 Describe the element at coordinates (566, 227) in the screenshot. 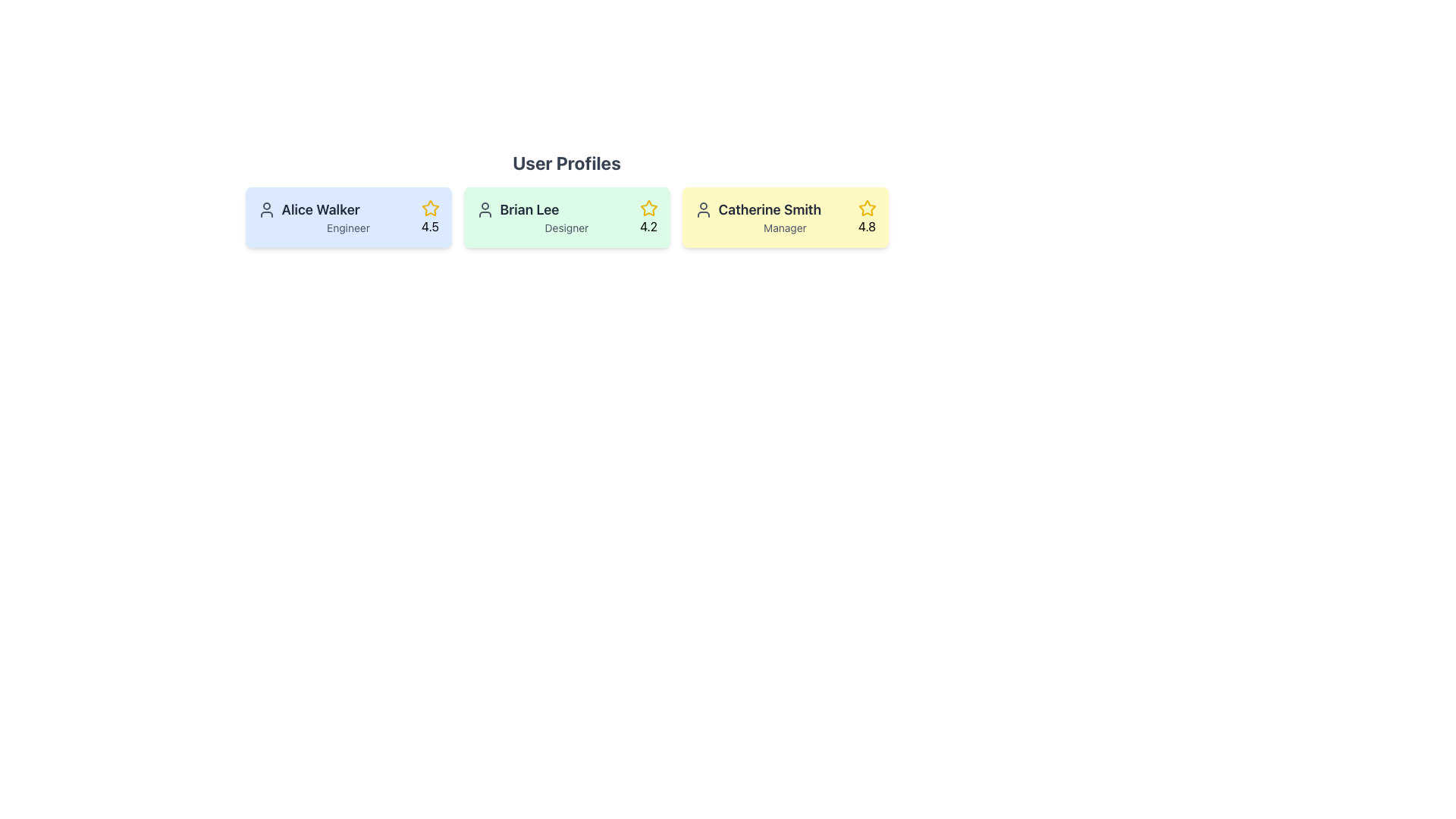

I see `the text label that specifies the role as 'Designer', located beneath the name 'Brian Lee' and above the rating '4.2' in the second profile card from the left in the 'User Profiles' row` at that location.